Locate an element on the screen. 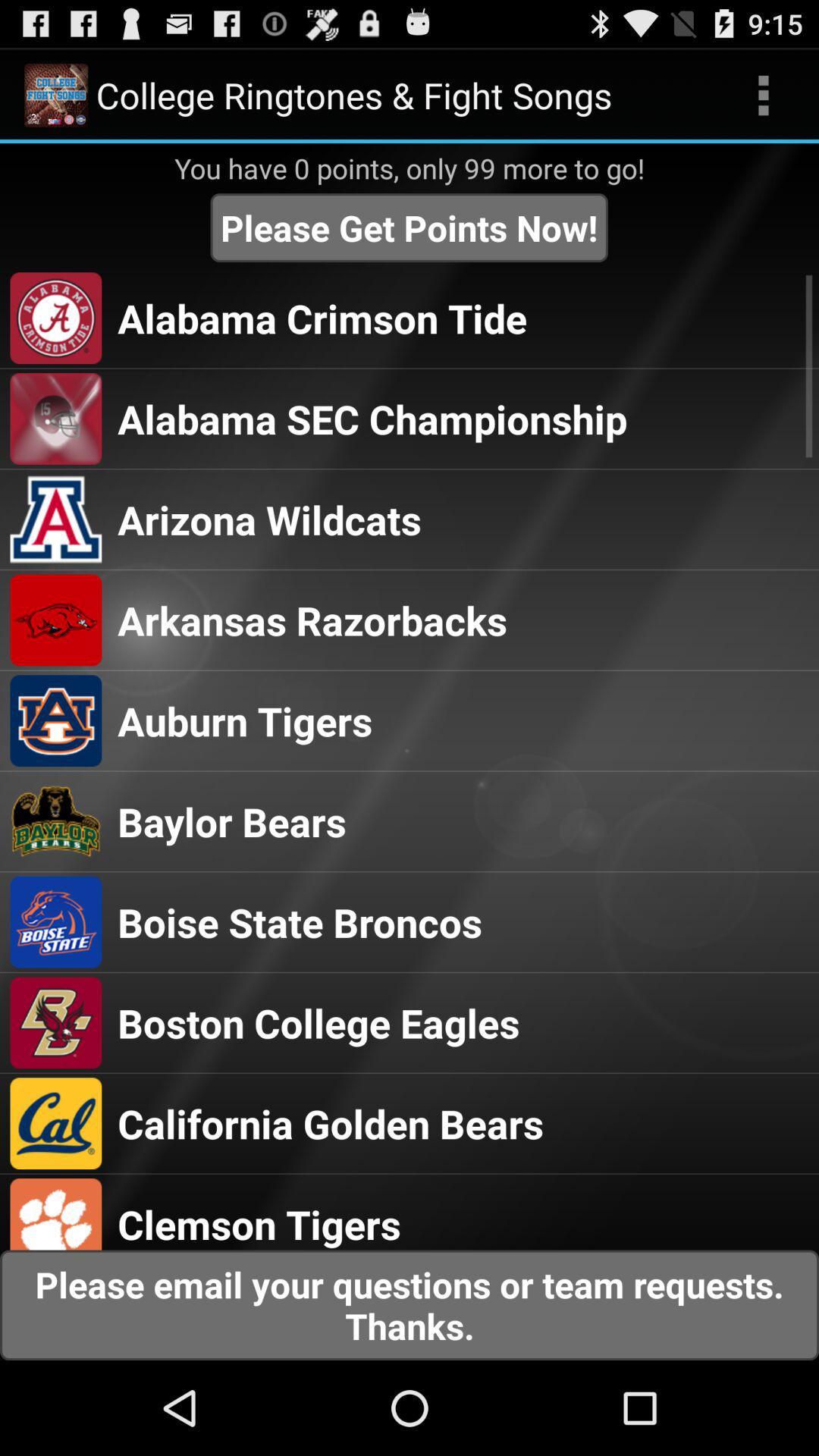 Image resolution: width=819 pixels, height=1456 pixels. the boston college eagles icon is located at coordinates (318, 1022).